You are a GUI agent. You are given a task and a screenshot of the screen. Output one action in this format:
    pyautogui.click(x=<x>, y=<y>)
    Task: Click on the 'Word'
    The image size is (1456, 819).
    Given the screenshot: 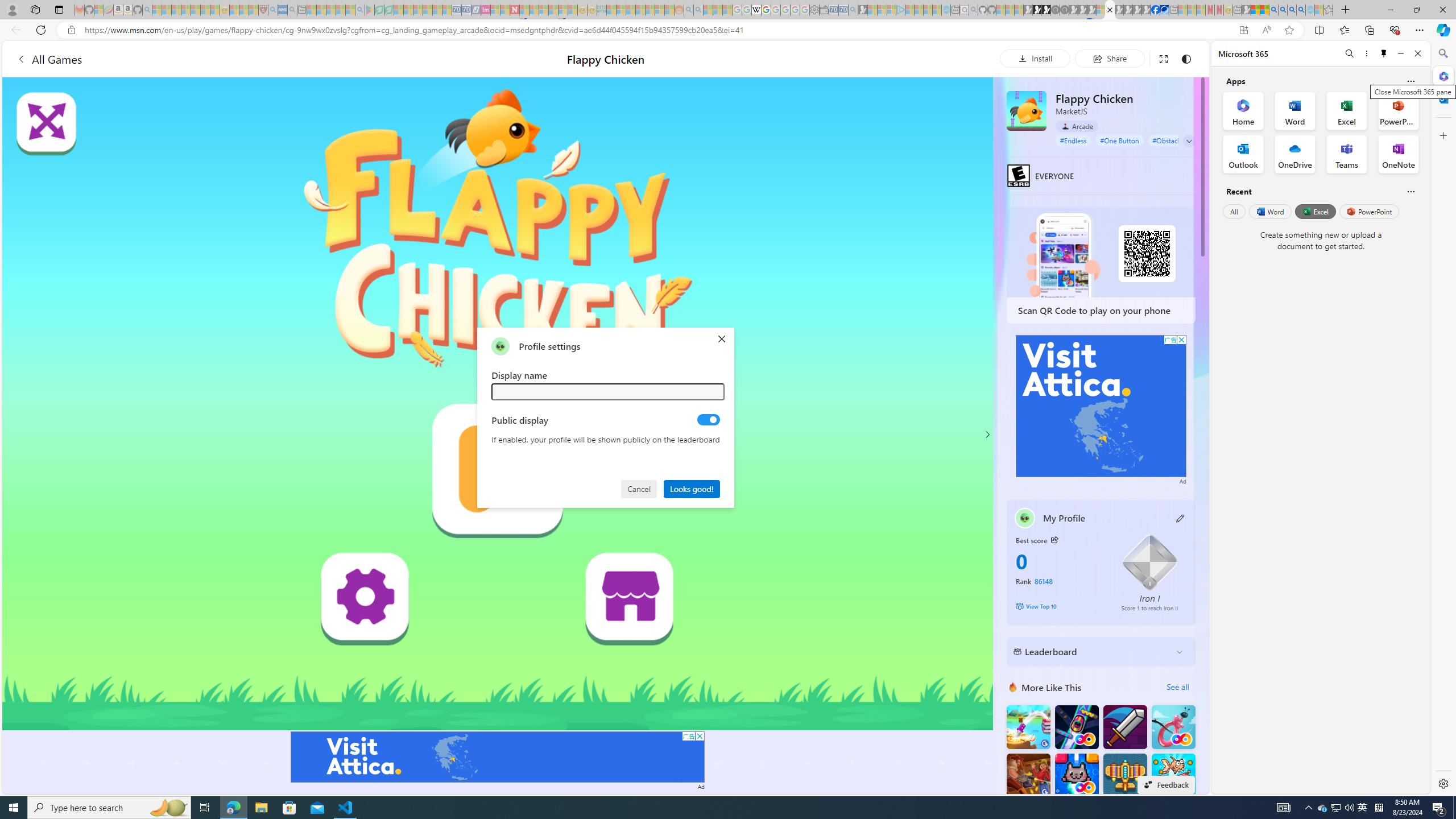 What is the action you would take?
    pyautogui.click(x=1269, y=211)
    